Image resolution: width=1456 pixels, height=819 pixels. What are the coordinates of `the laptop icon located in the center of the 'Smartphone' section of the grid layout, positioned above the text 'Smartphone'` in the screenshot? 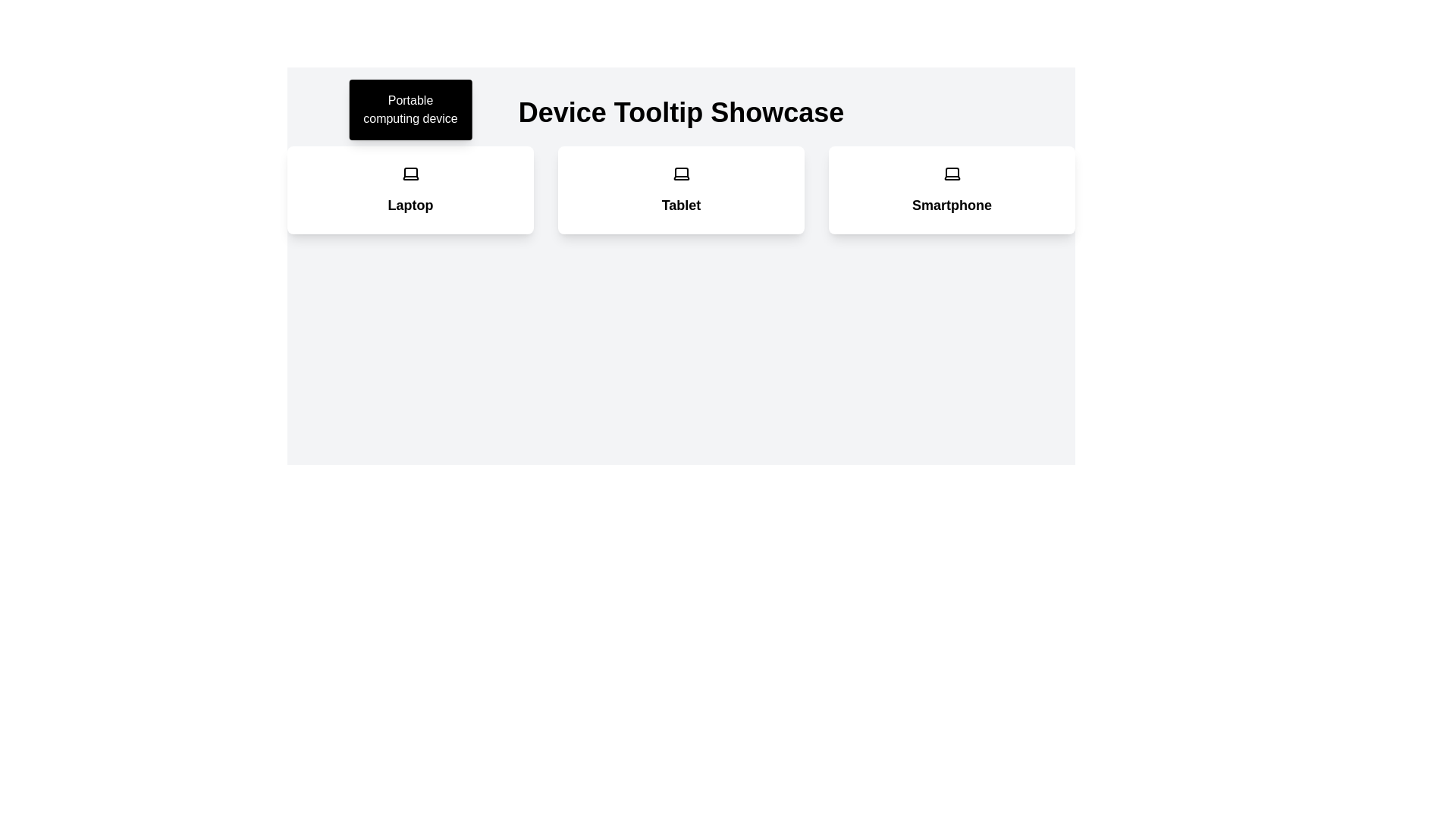 It's located at (951, 172).